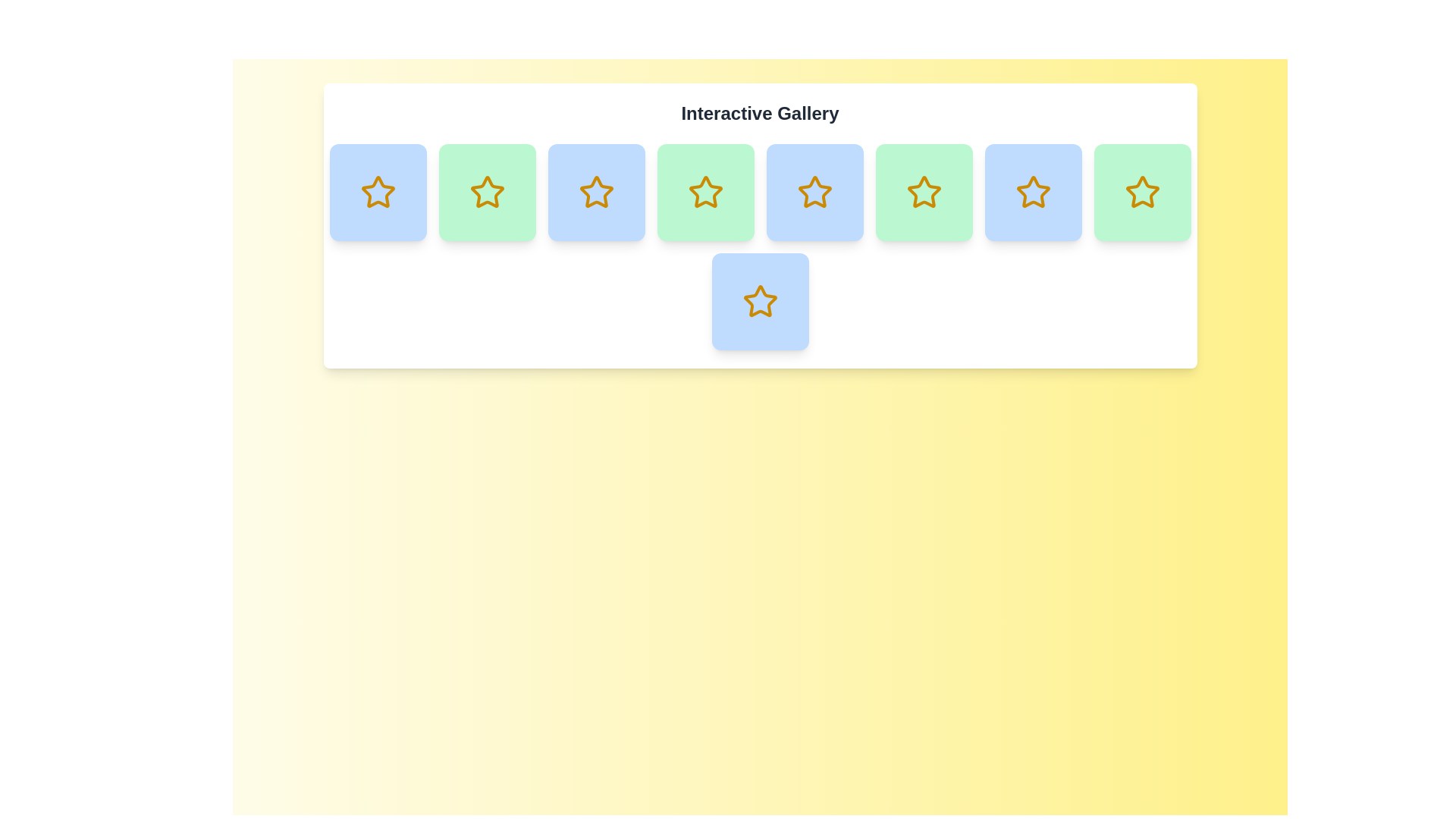  What do you see at coordinates (760, 301) in the screenshot?
I see `the star-shaped icon outlined in yellow, which is centered within the fifth tile of eight in a gallery layout, featuring a light blue background and a modern flat design` at bounding box center [760, 301].